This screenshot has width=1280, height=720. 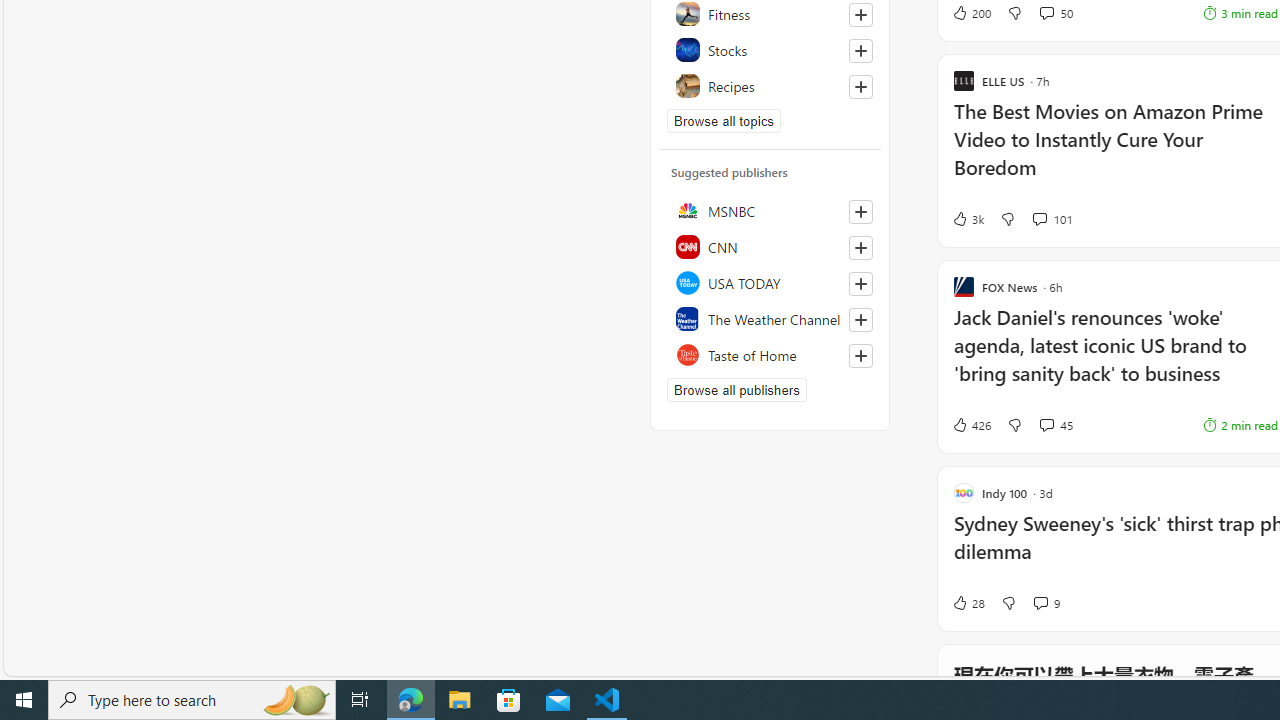 What do you see at coordinates (860, 86) in the screenshot?
I see `'Follow this topic'` at bounding box center [860, 86].